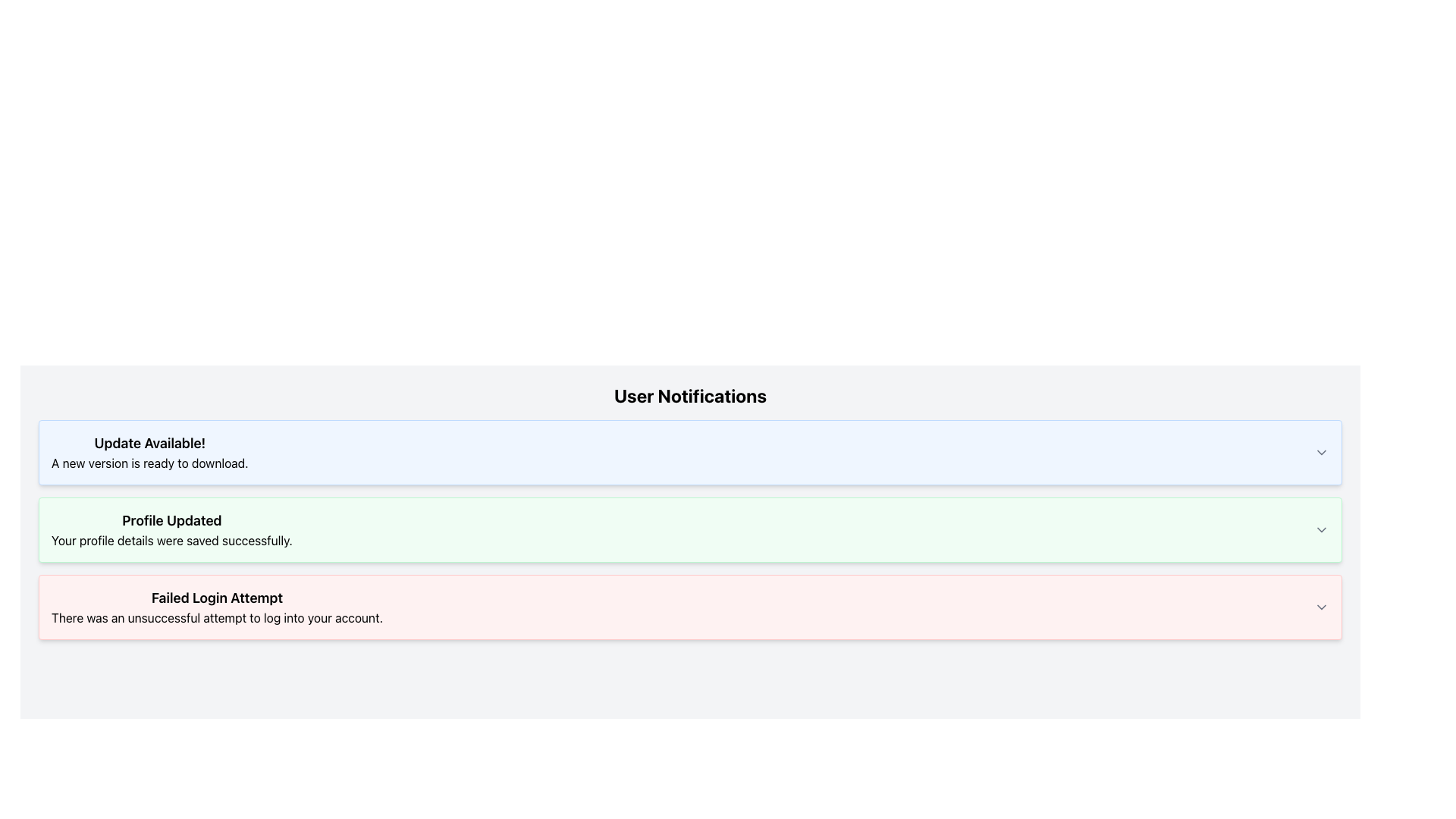 This screenshot has width=1456, height=819. What do you see at coordinates (171, 540) in the screenshot?
I see `confirmation text label indicating that the user's profile information has been saved successfully, located at the center of the notification card titled 'Profile Updated'` at bounding box center [171, 540].